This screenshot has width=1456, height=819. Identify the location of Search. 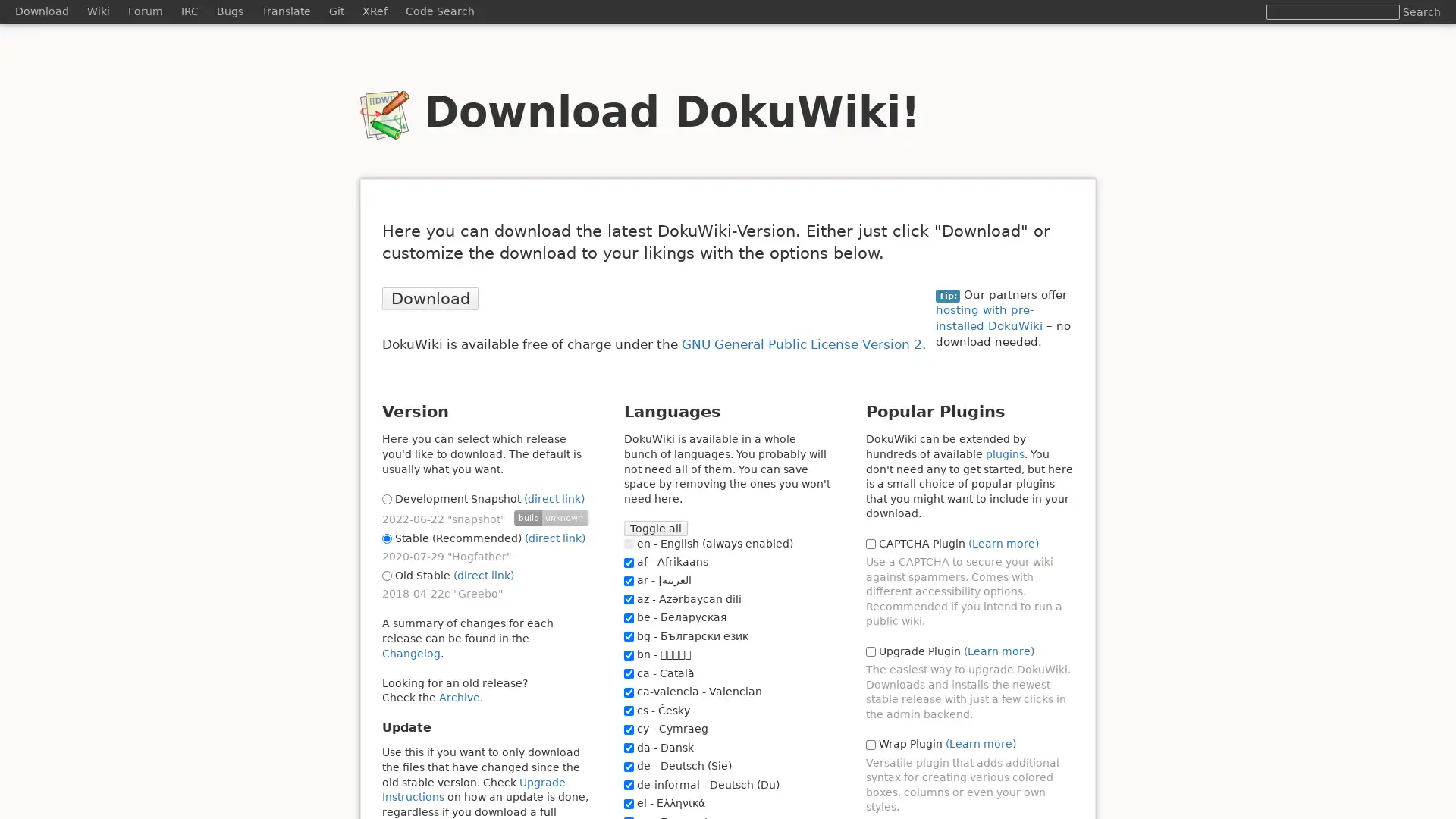
(1421, 11).